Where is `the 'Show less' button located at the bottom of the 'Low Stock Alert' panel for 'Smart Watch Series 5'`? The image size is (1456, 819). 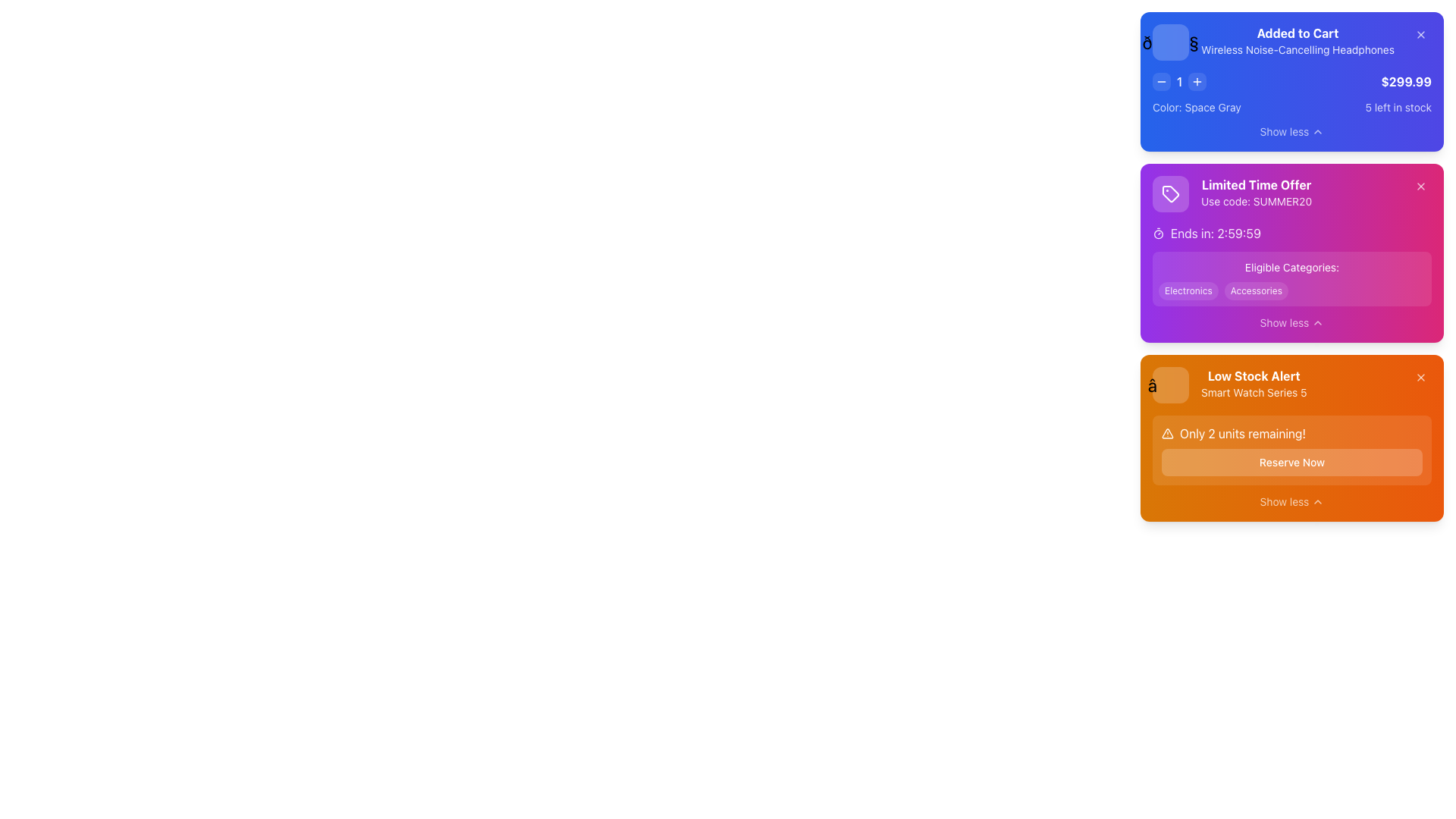 the 'Show less' button located at the bottom of the 'Low Stock Alert' panel for 'Smart Watch Series 5' is located at coordinates (1291, 502).